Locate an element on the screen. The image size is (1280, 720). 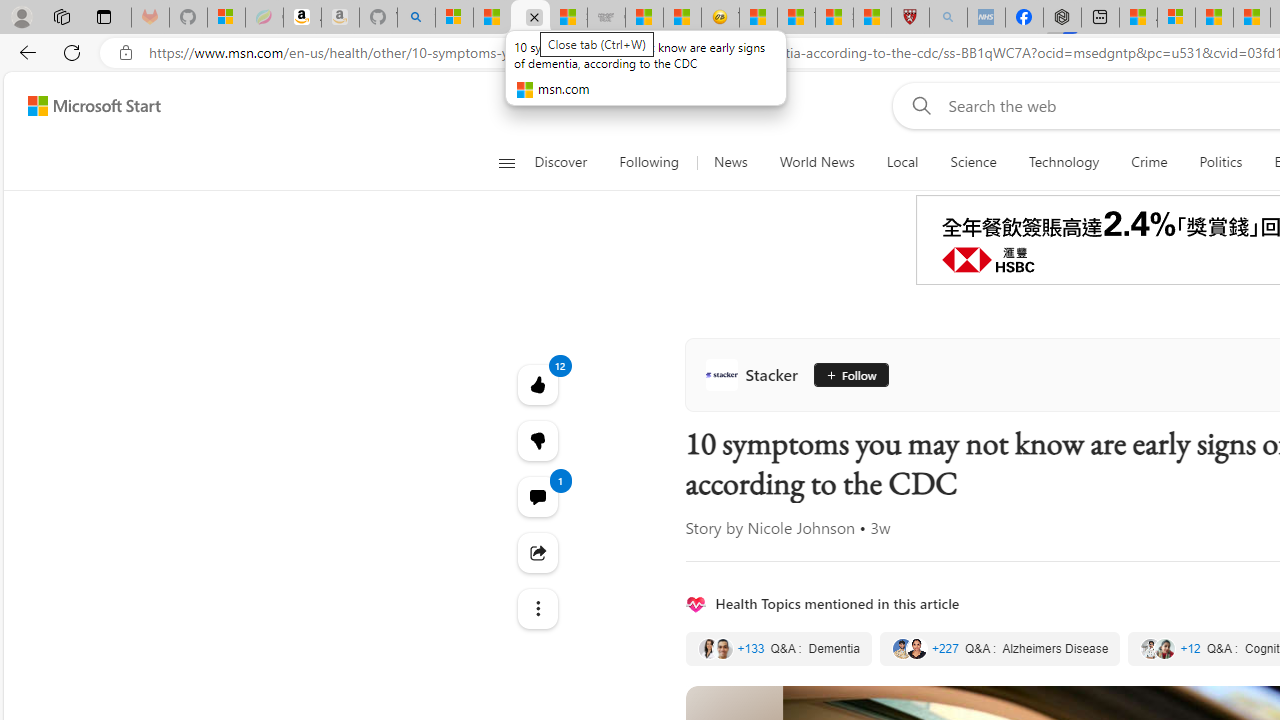
'News' is located at coordinates (729, 162).